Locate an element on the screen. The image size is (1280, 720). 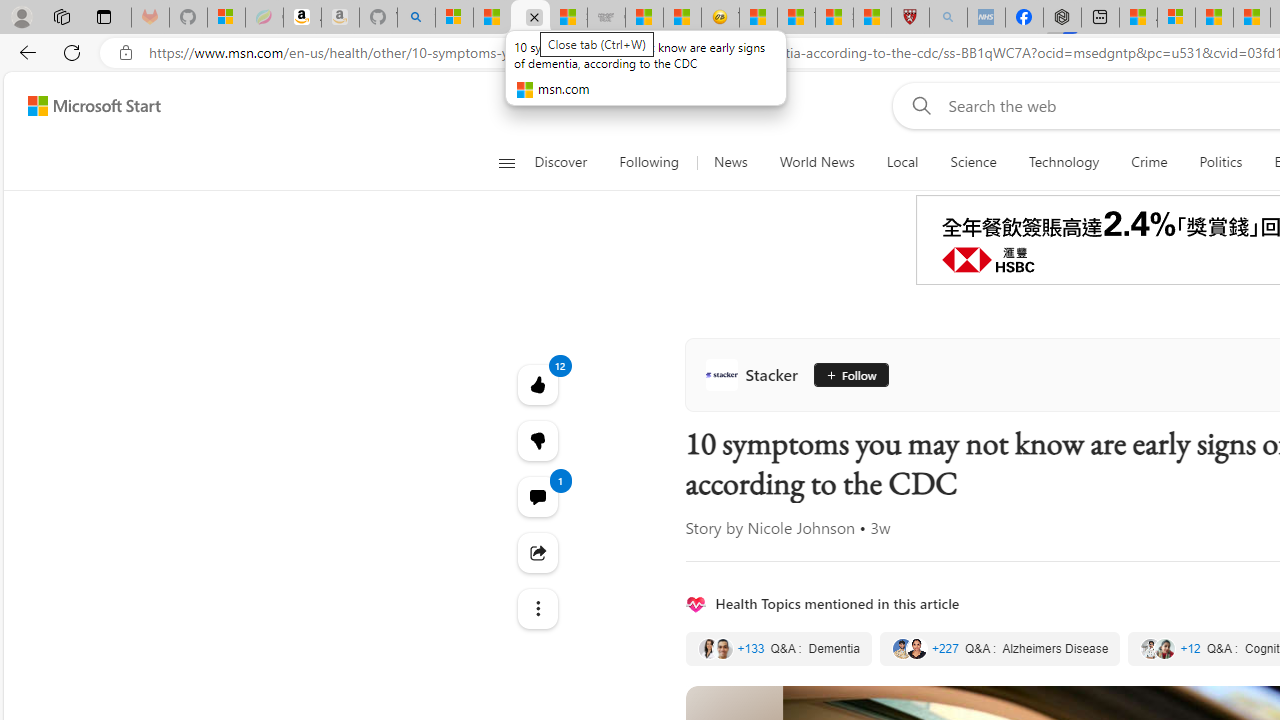
'News' is located at coordinates (729, 162).